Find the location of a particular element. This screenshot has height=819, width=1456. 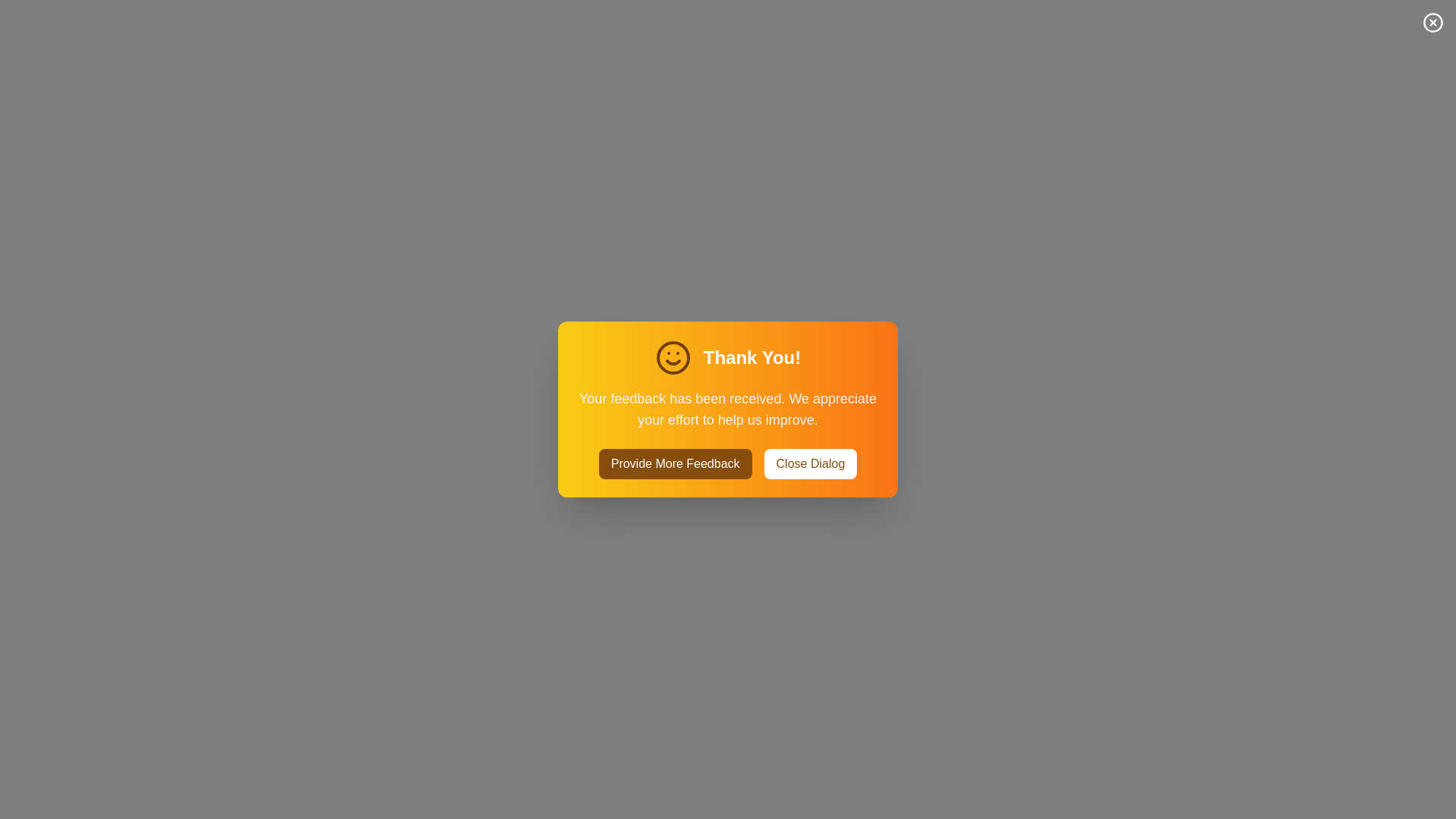

the 'Provide More Feedback' button is located at coordinates (673, 463).